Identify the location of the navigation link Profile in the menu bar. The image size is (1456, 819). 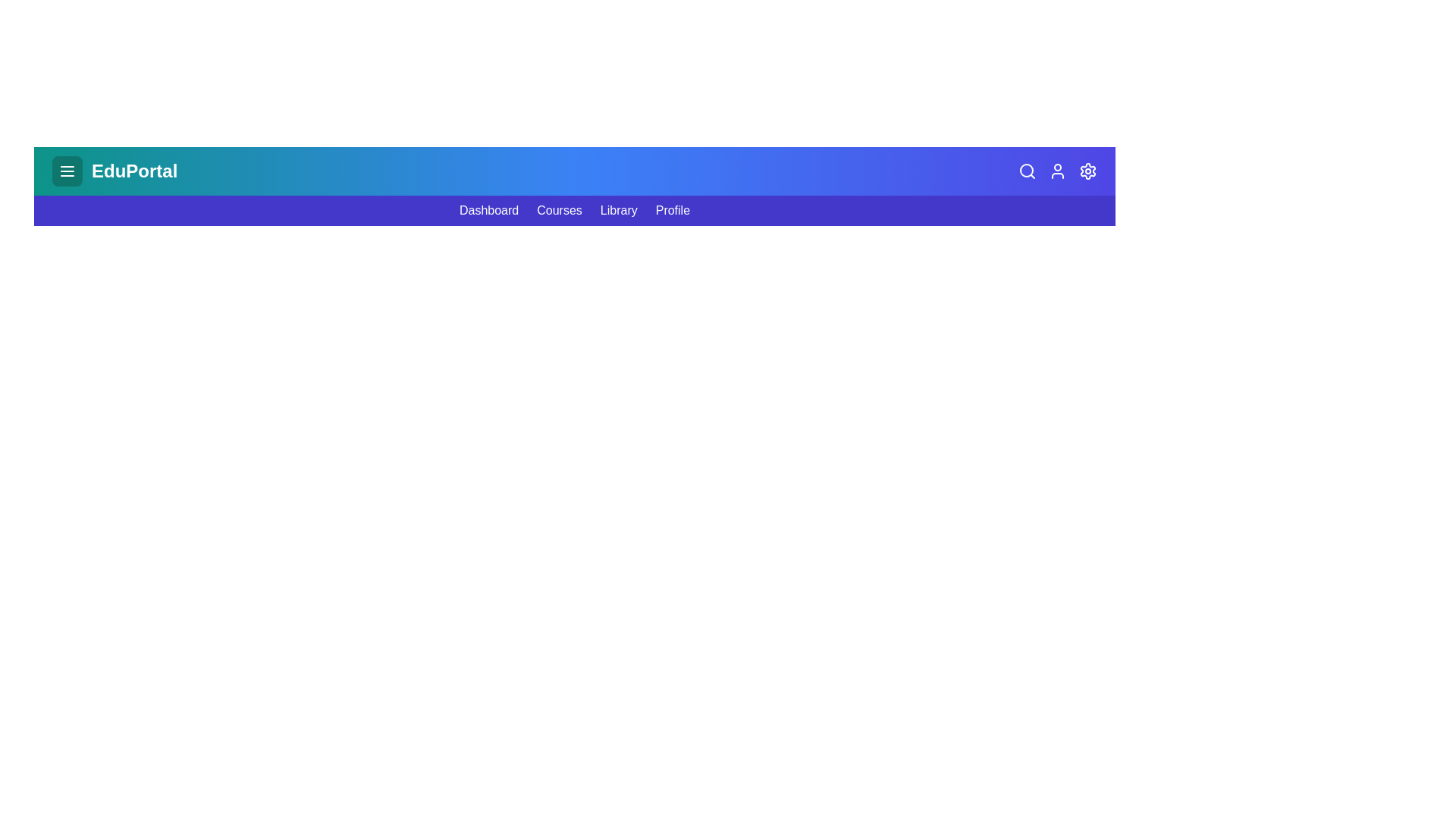
(672, 210).